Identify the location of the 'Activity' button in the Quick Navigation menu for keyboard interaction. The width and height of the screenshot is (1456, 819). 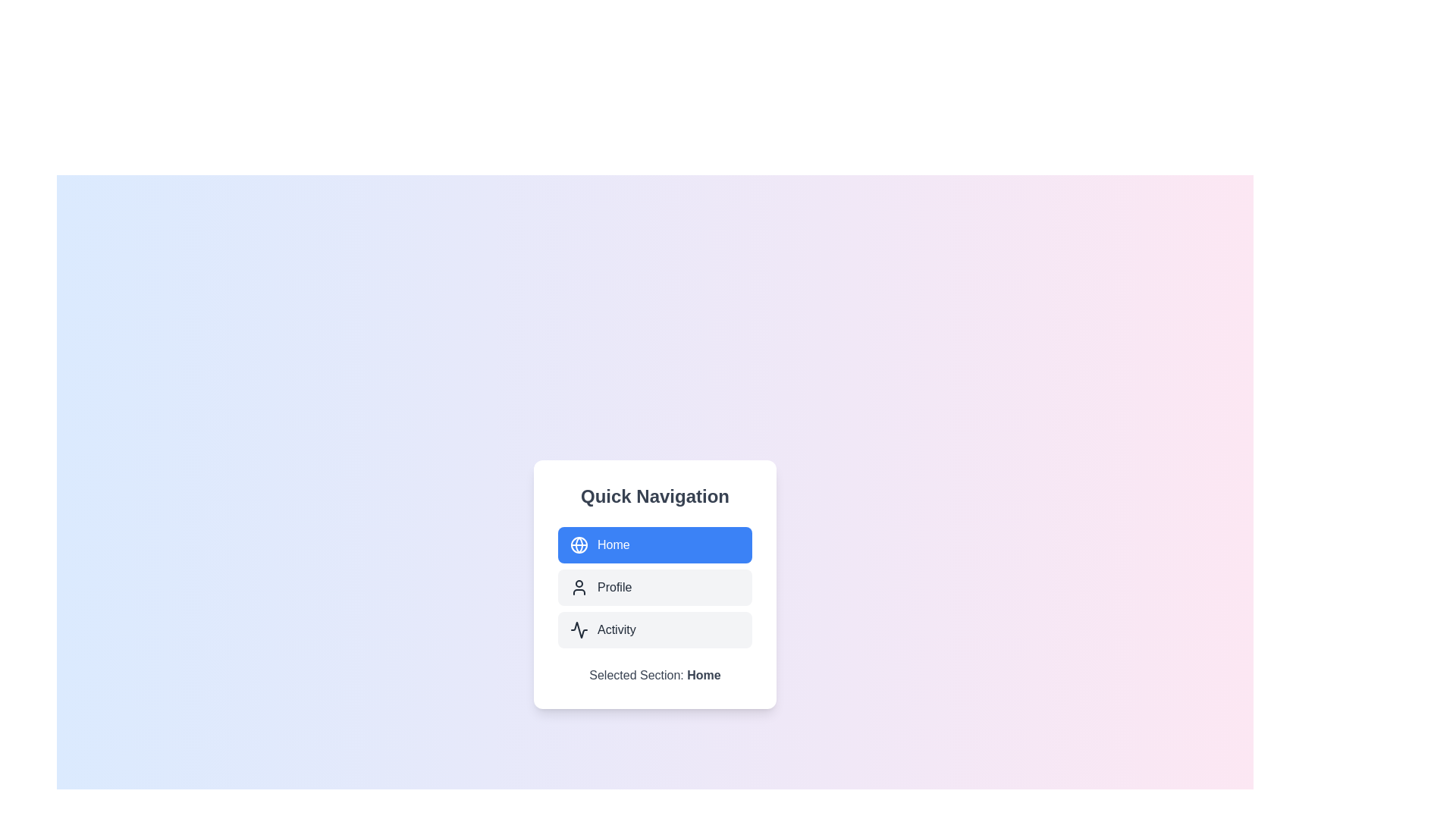
(655, 629).